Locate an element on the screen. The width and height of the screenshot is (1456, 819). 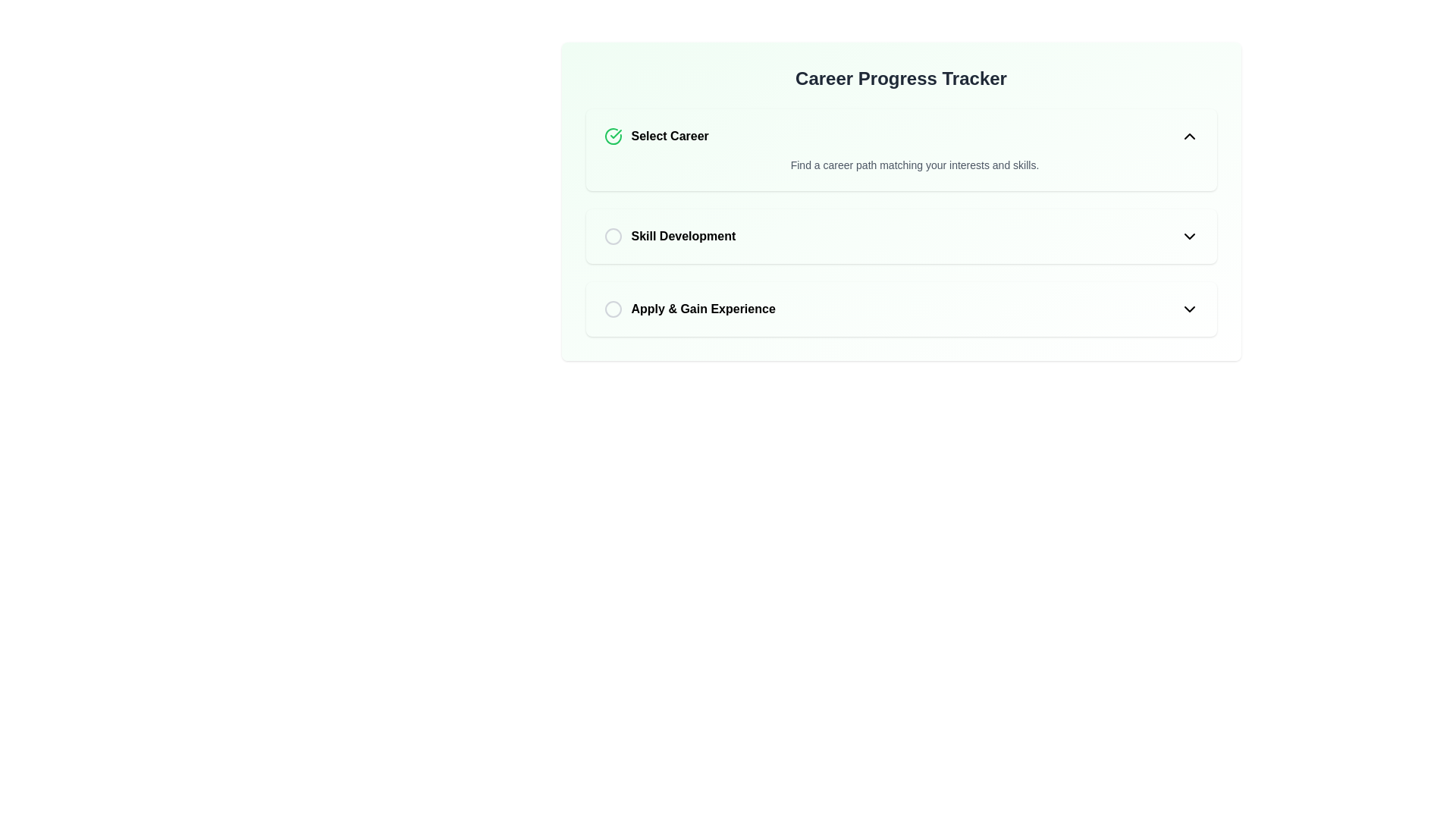
the 'Skill Development' text label, which is the second item in the list under the 'Career Progress Tracker' header is located at coordinates (682, 237).